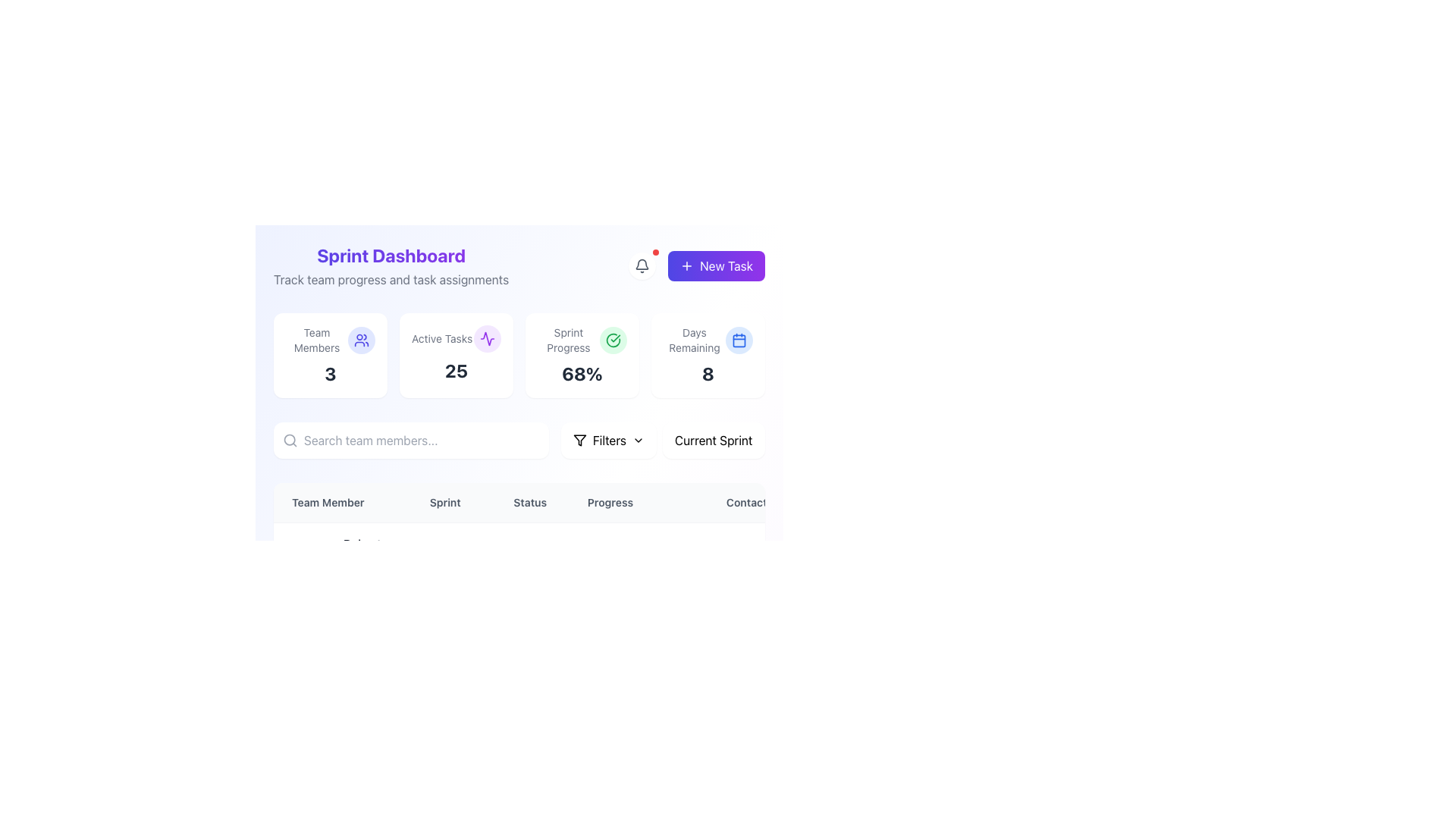 The width and height of the screenshot is (1456, 819). What do you see at coordinates (455, 371) in the screenshot?
I see `the large and bold number '25' styled in dark gray color, located beneath the 'Active Tasks' label within a card in the second column` at bounding box center [455, 371].